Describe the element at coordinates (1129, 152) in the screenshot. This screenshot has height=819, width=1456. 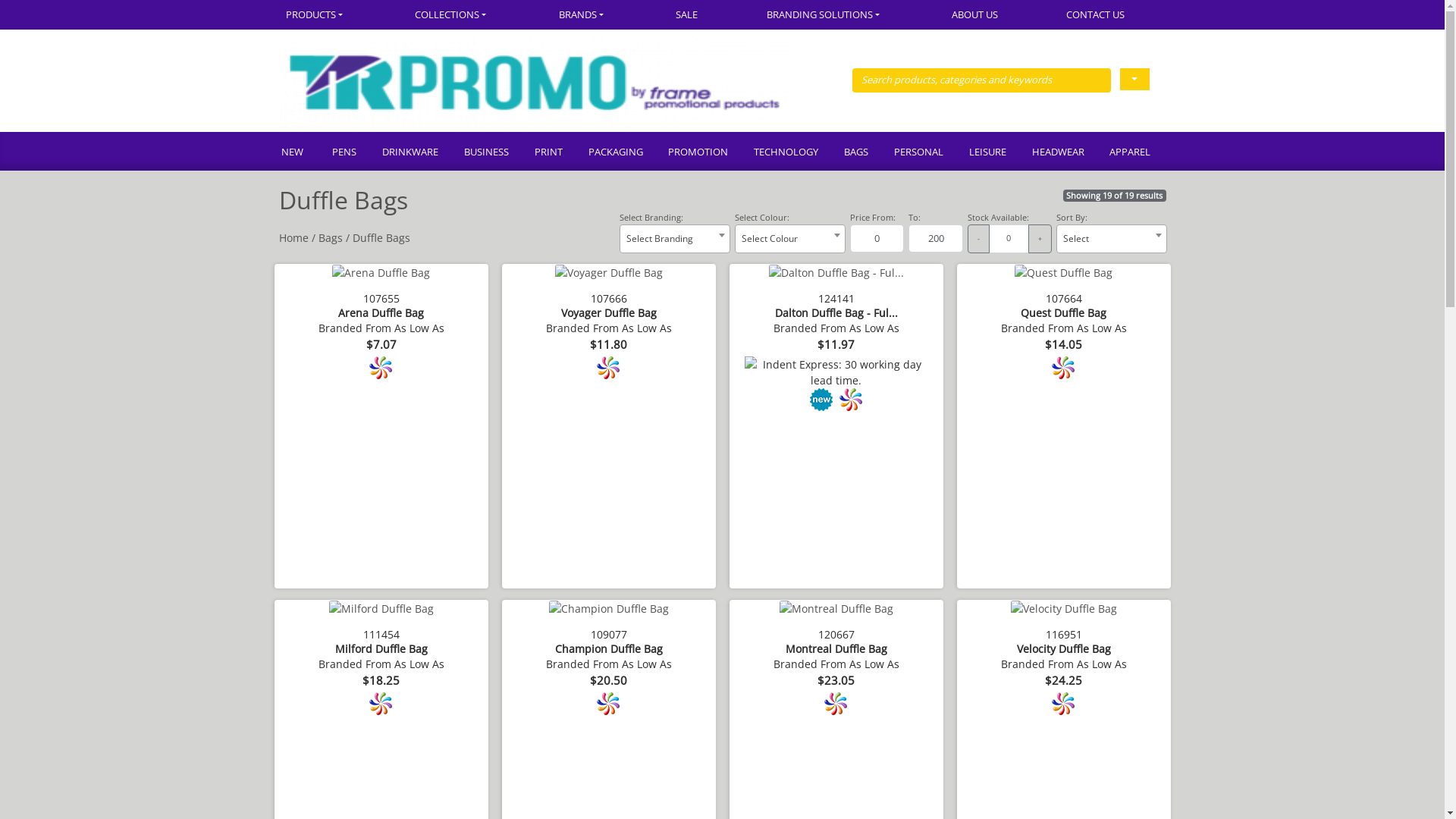
I see `'APPAREL'` at that location.